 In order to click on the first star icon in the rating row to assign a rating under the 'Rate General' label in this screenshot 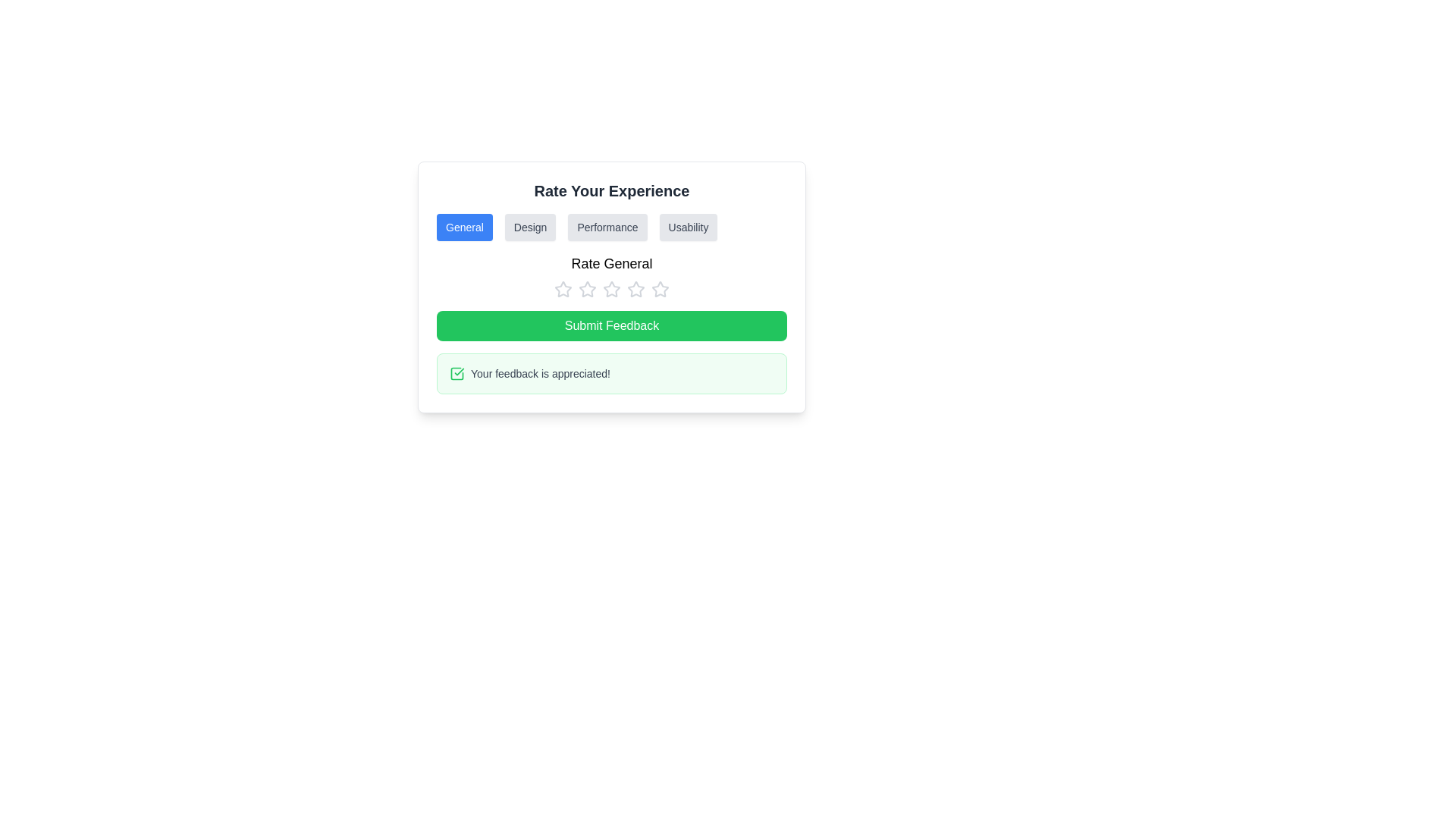, I will do `click(563, 289)`.